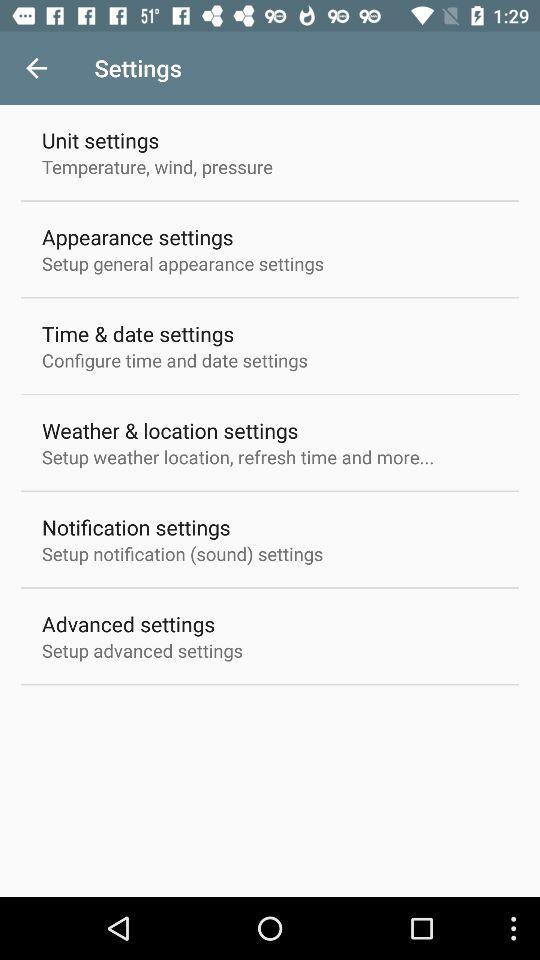 Image resolution: width=540 pixels, height=960 pixels. I want to click on the icon above unit settings, so click(36, 68).